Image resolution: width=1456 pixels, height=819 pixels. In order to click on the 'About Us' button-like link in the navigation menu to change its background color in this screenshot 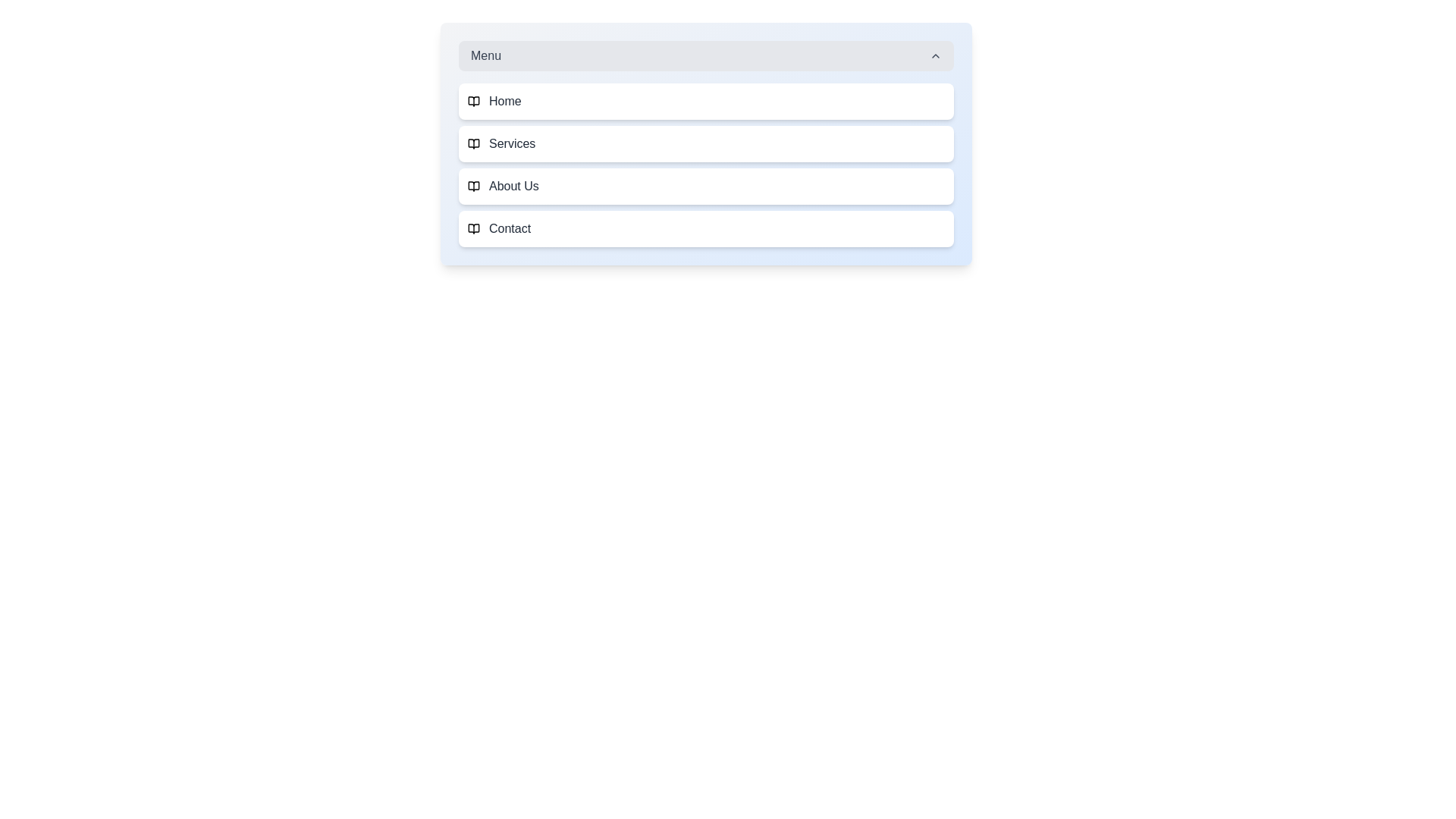, I will do `click(705, 186)`.